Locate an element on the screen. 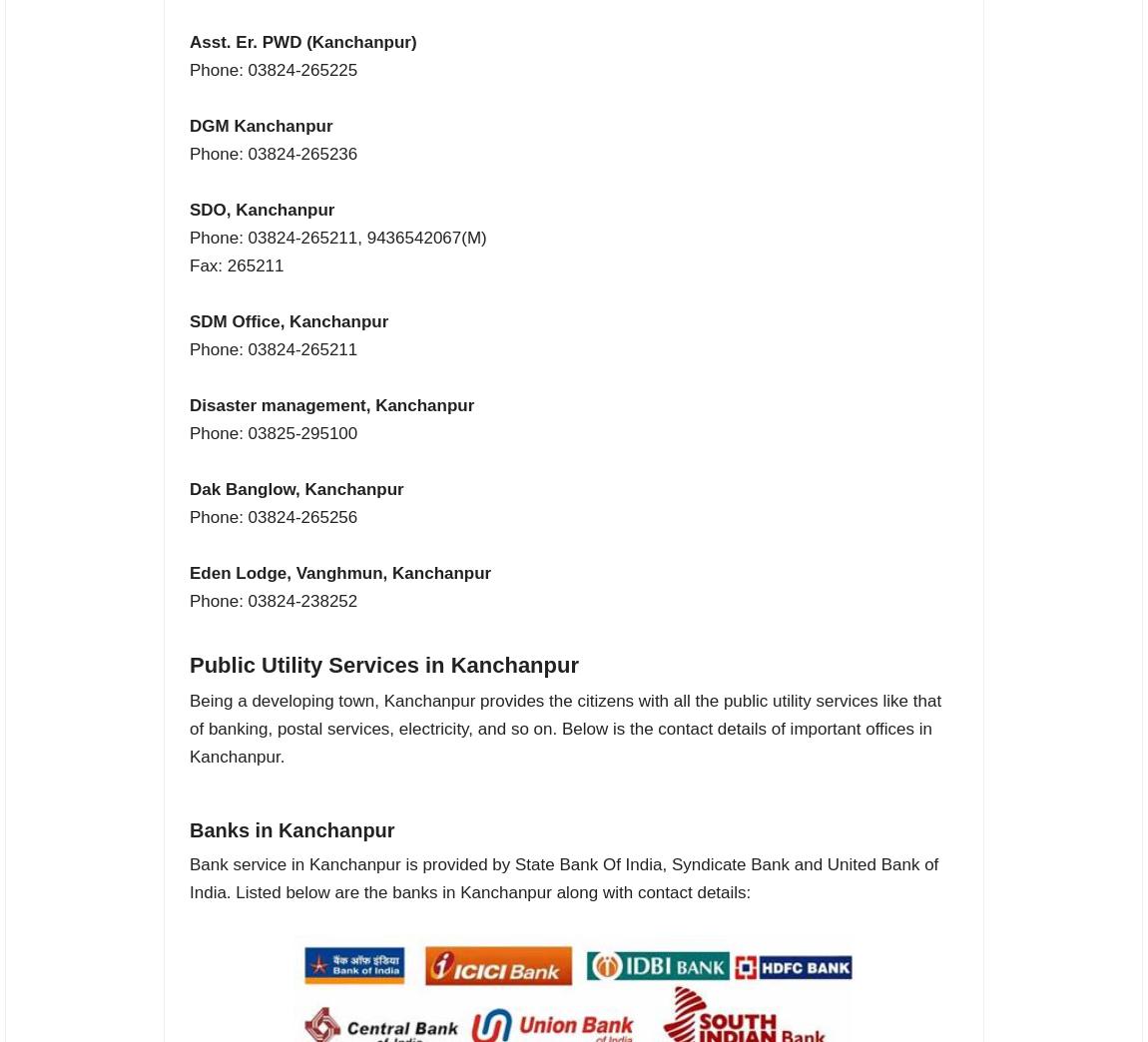 The height and width of the screenshot is (1042, 1148). 'Fax: 265211' is located at coordinates (236, 264).